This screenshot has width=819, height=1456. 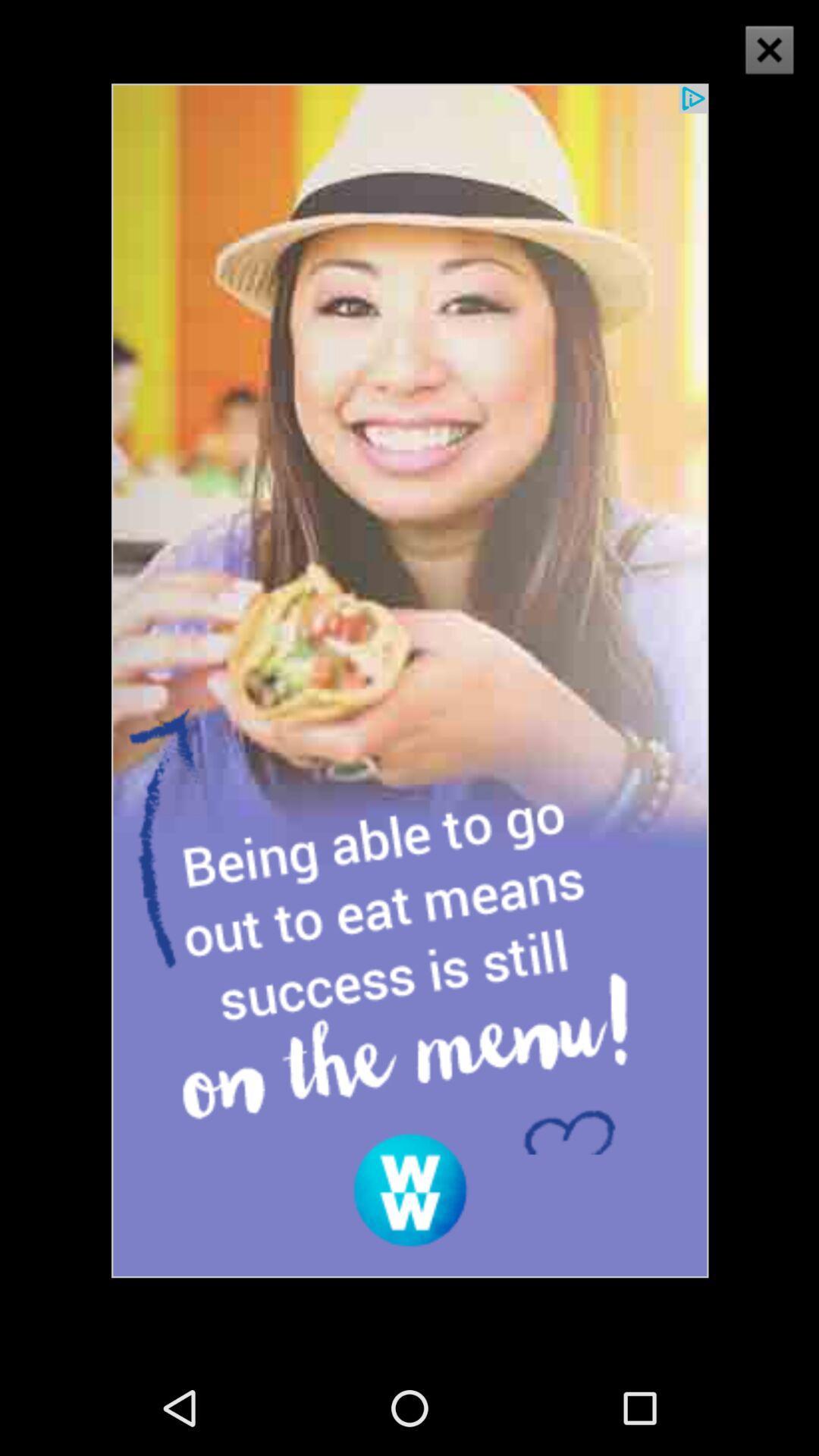 What do you see at coordinates (769, 53) in the screenshot?
I see `the close icon` at bounding box center [769, 53].